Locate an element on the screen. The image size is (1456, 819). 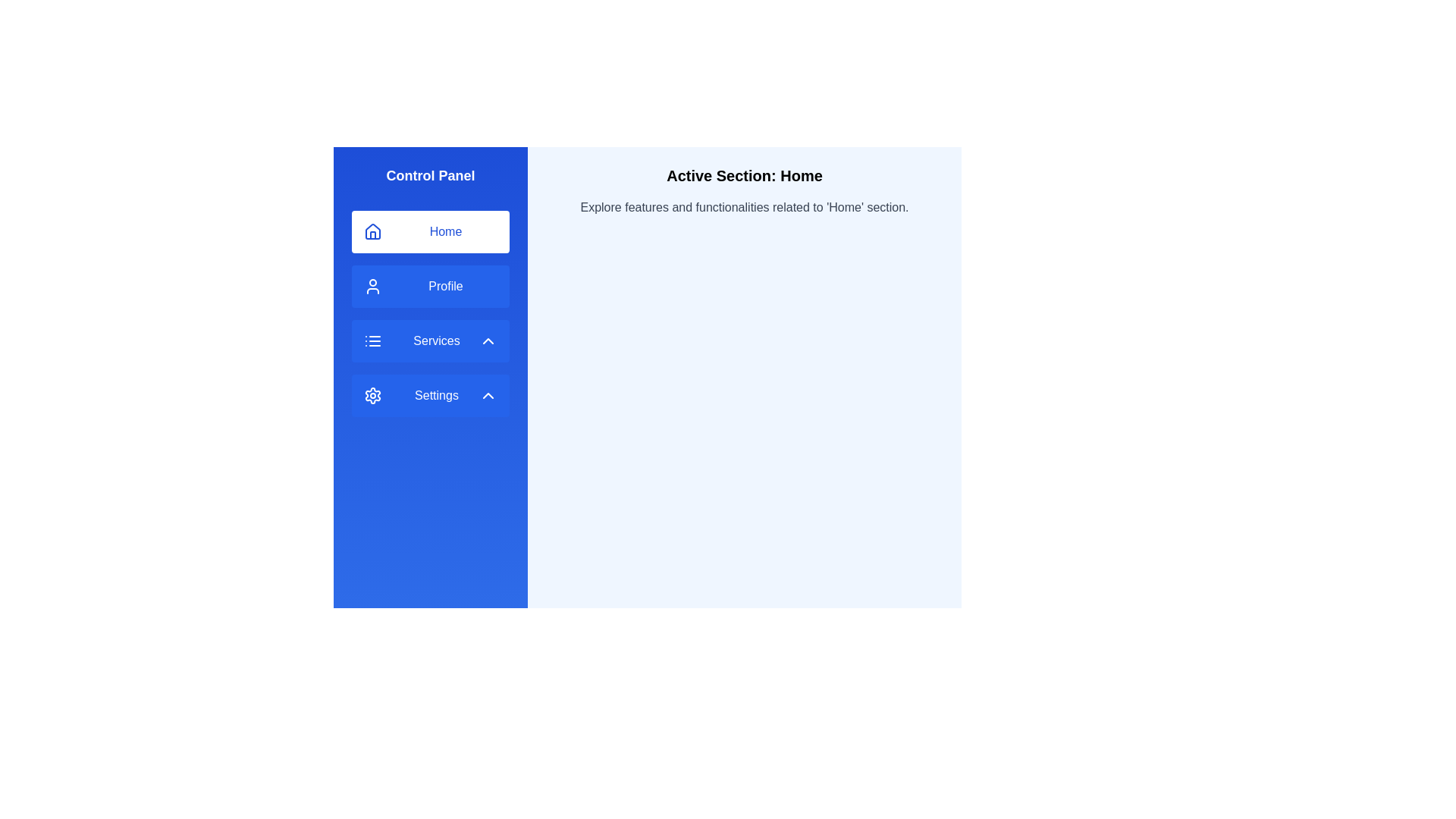
the 'Services' button located in the side navigation panel under the 'Control Panel' title is located at coordinates (429, 341).